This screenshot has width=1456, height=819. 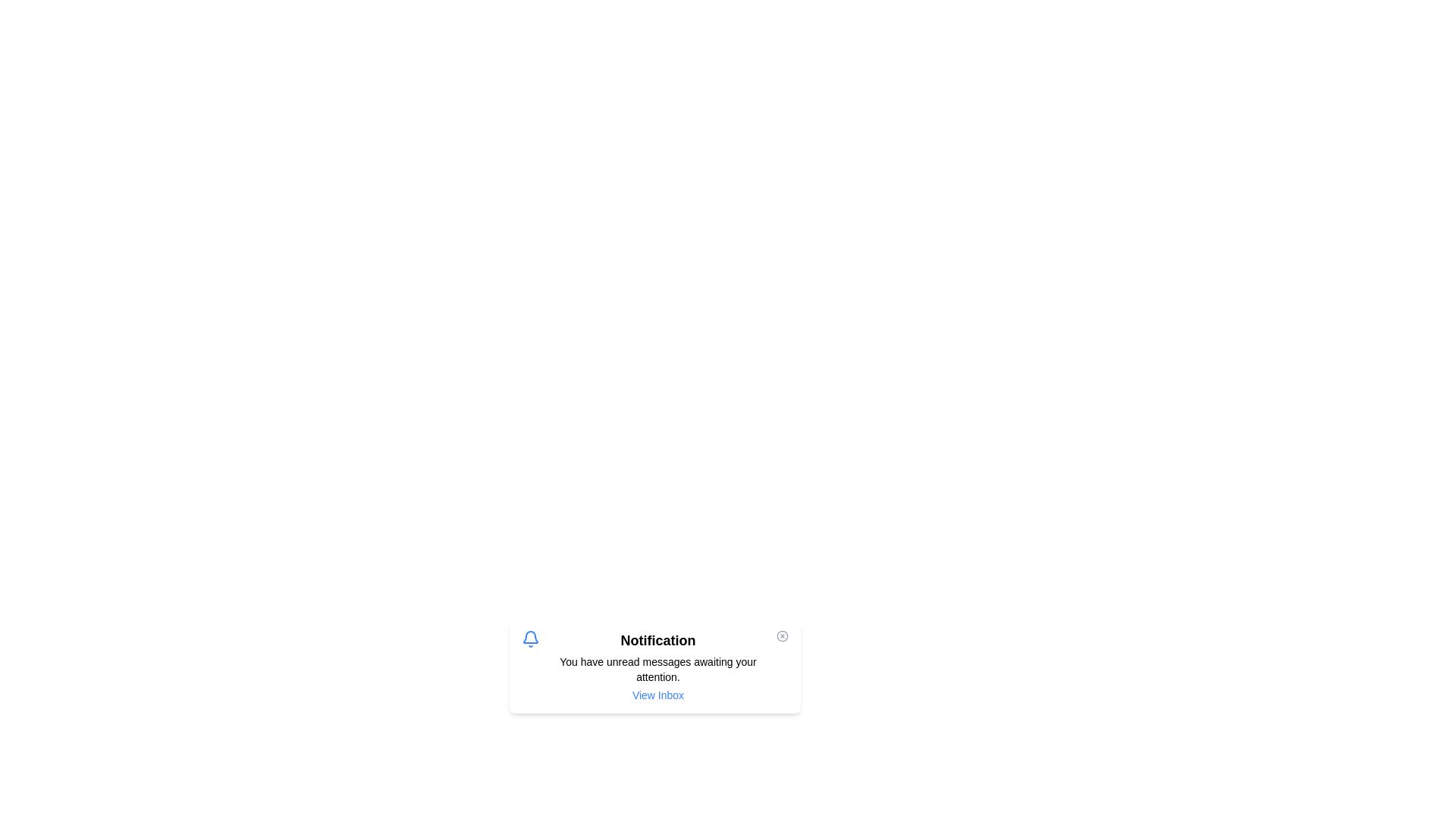 What do you see at coordinates (531, 639) in the screenshot?
I see `the blue notification bell icon located at the top-left corner of the notification card that contains the title 'Notification'` at bounding box center [531, 639].